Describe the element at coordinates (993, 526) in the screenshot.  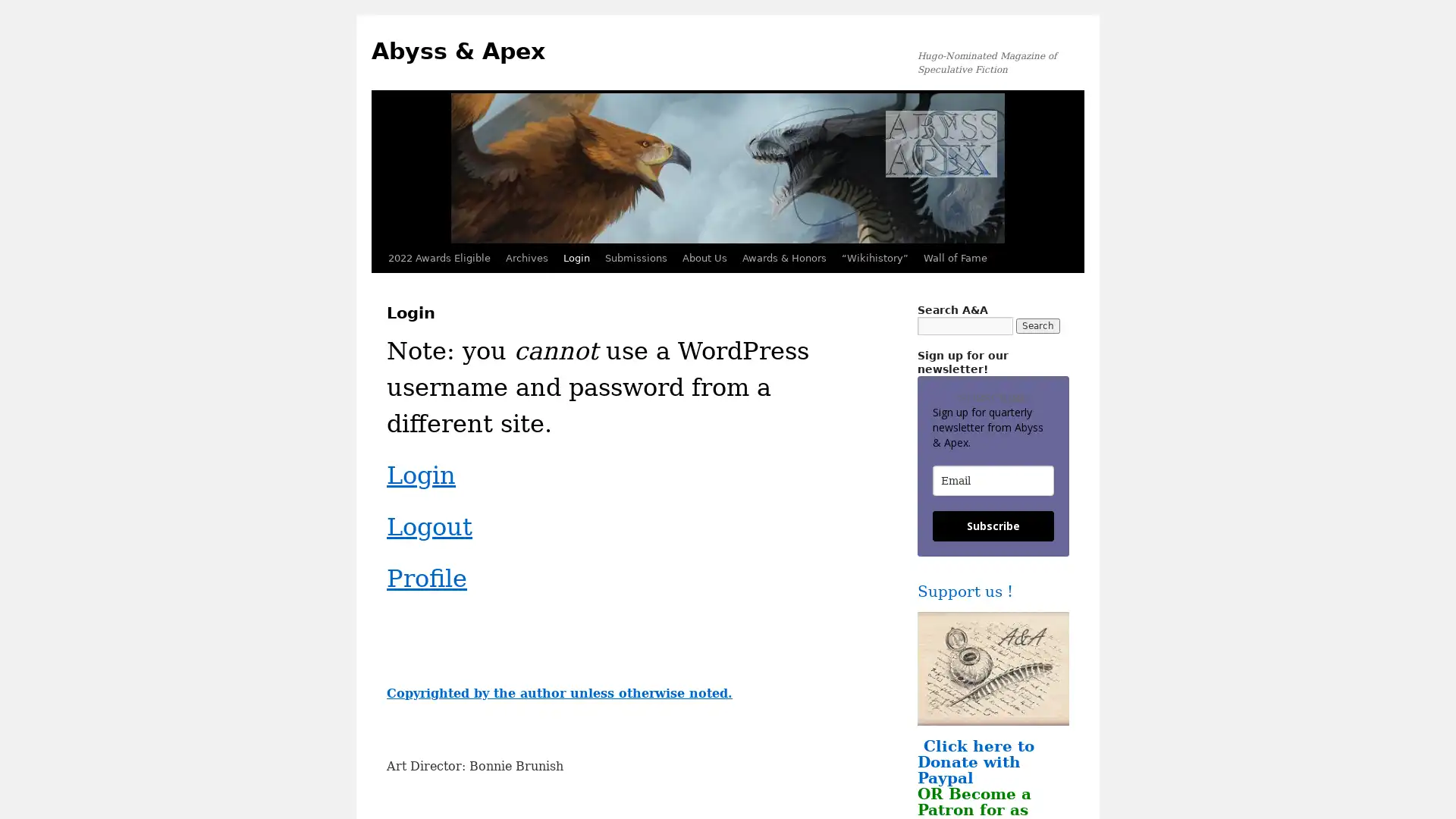
I see `Subscribe` at that location.